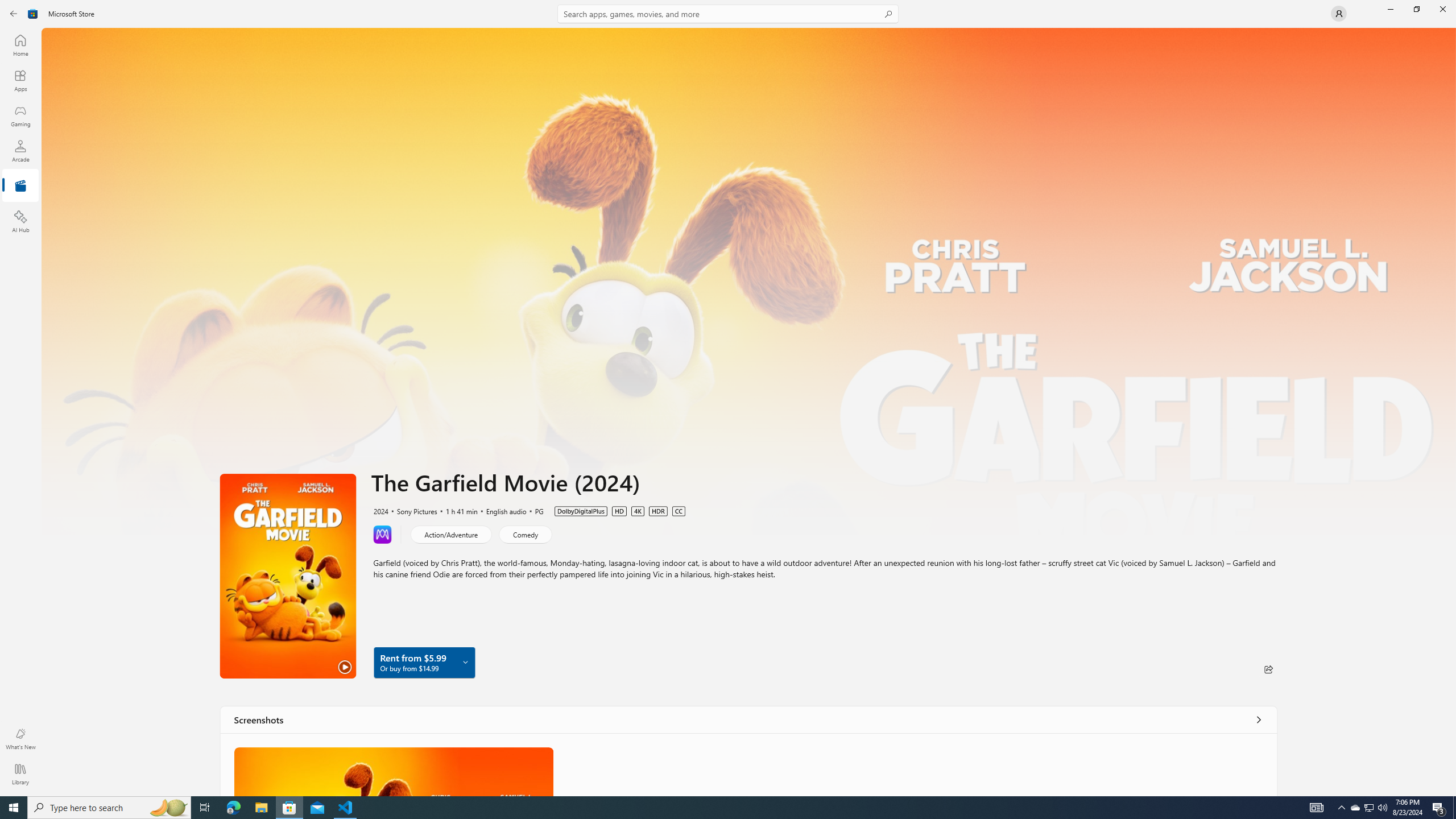  Describe the element at coordinates (19, 185) in the screenshot. I see `'Entertainment'` at that location.